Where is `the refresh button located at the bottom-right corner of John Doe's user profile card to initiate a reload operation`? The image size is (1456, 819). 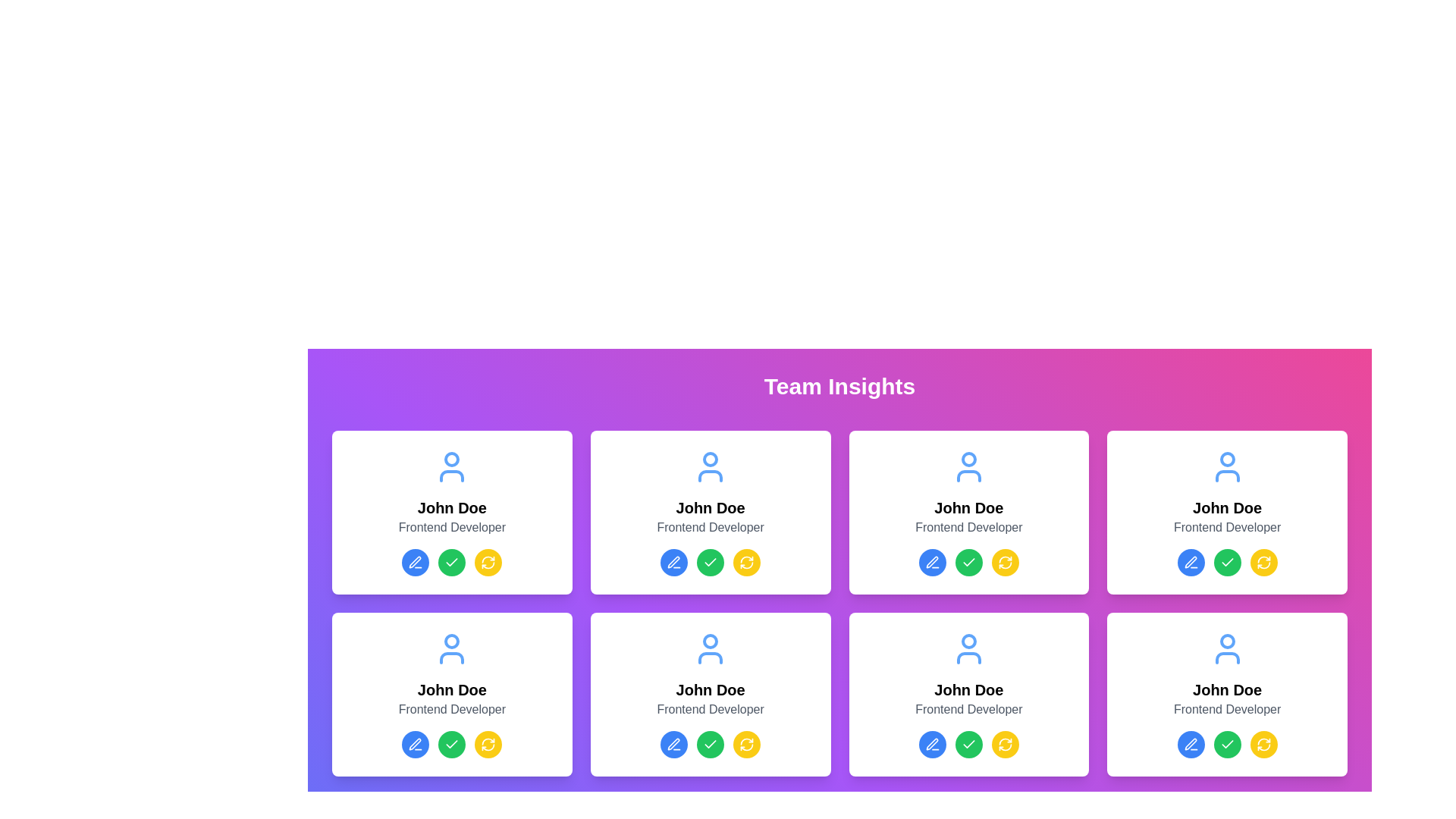
the refresh button located at the bottom-right corner of John Doe's user profile card to initiate a reload operation is located at coordinates (1005, 562).